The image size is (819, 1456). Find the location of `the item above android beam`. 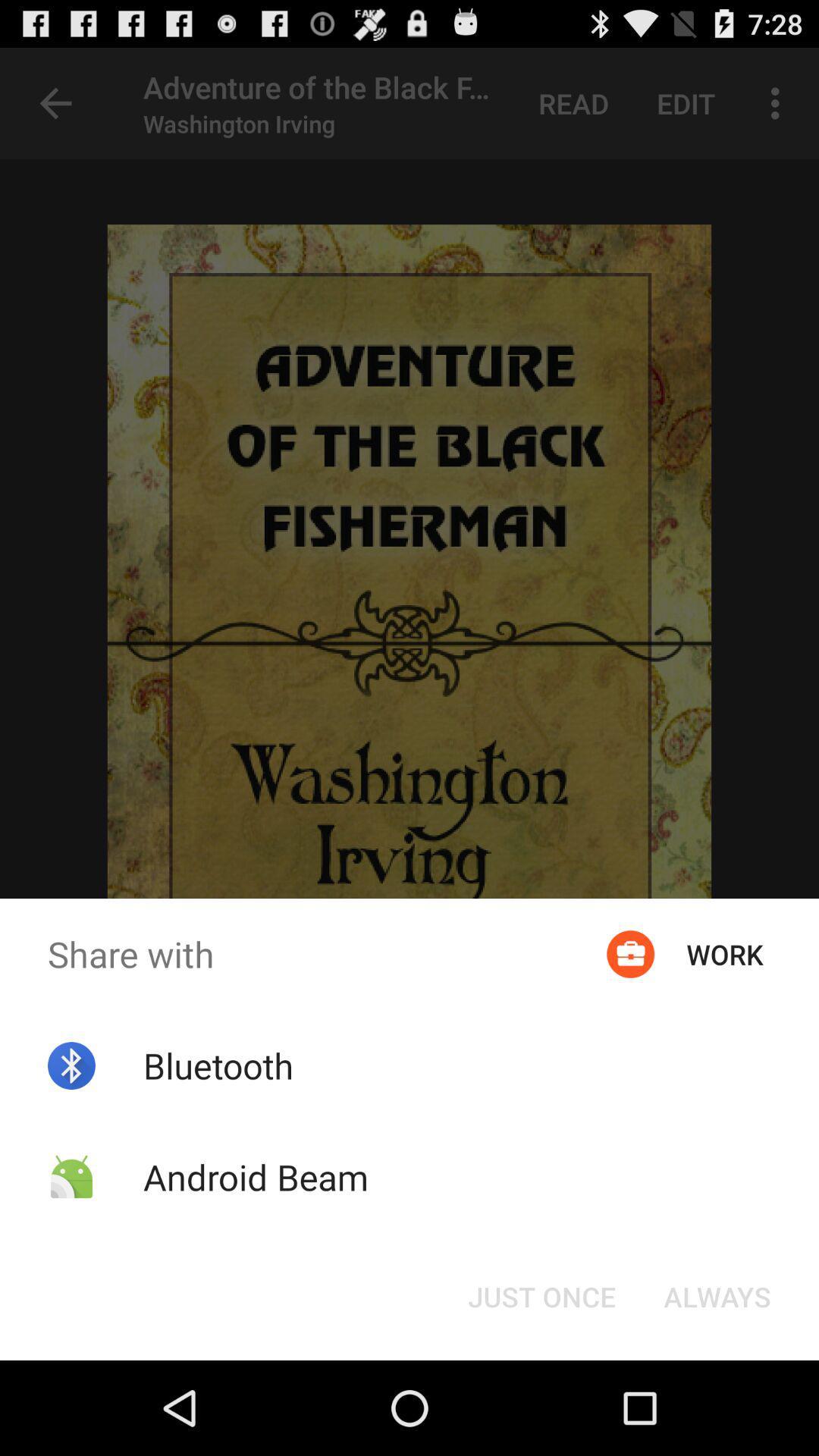

the item above android beam is located at coordinates (218, 1065).